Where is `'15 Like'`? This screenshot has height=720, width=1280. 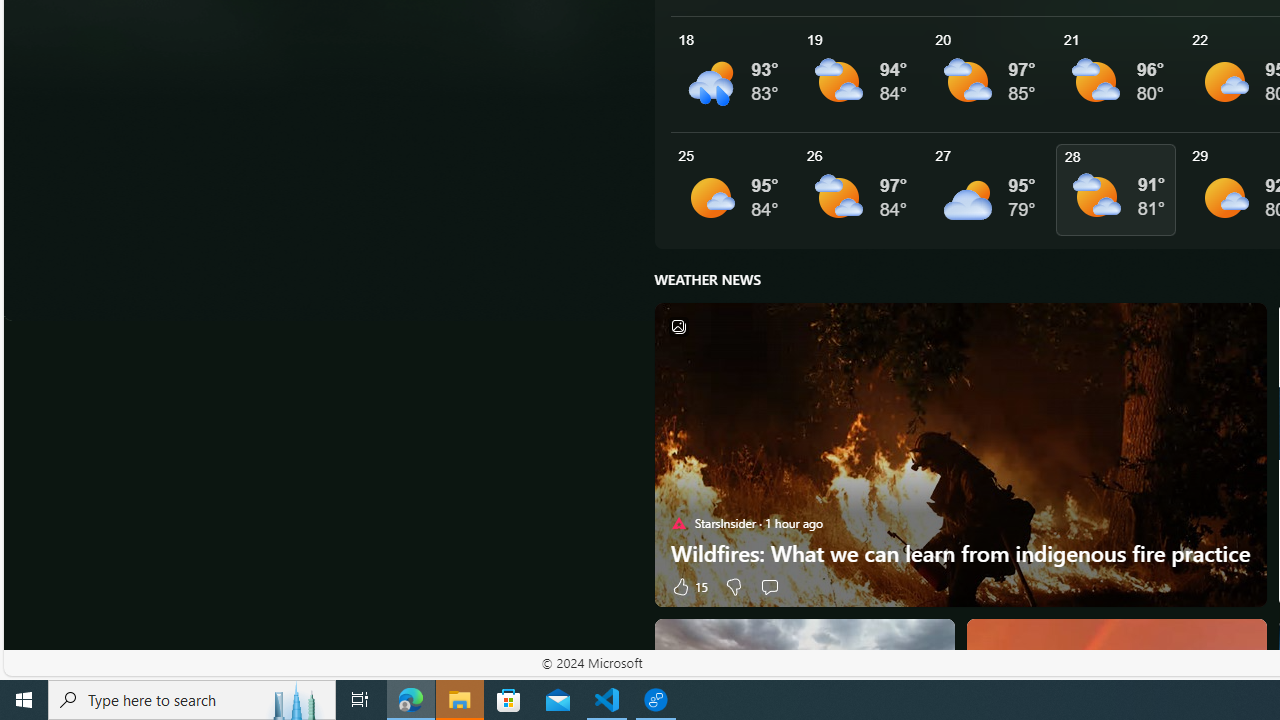 '15 Like' is located at coordinates (688, 585).